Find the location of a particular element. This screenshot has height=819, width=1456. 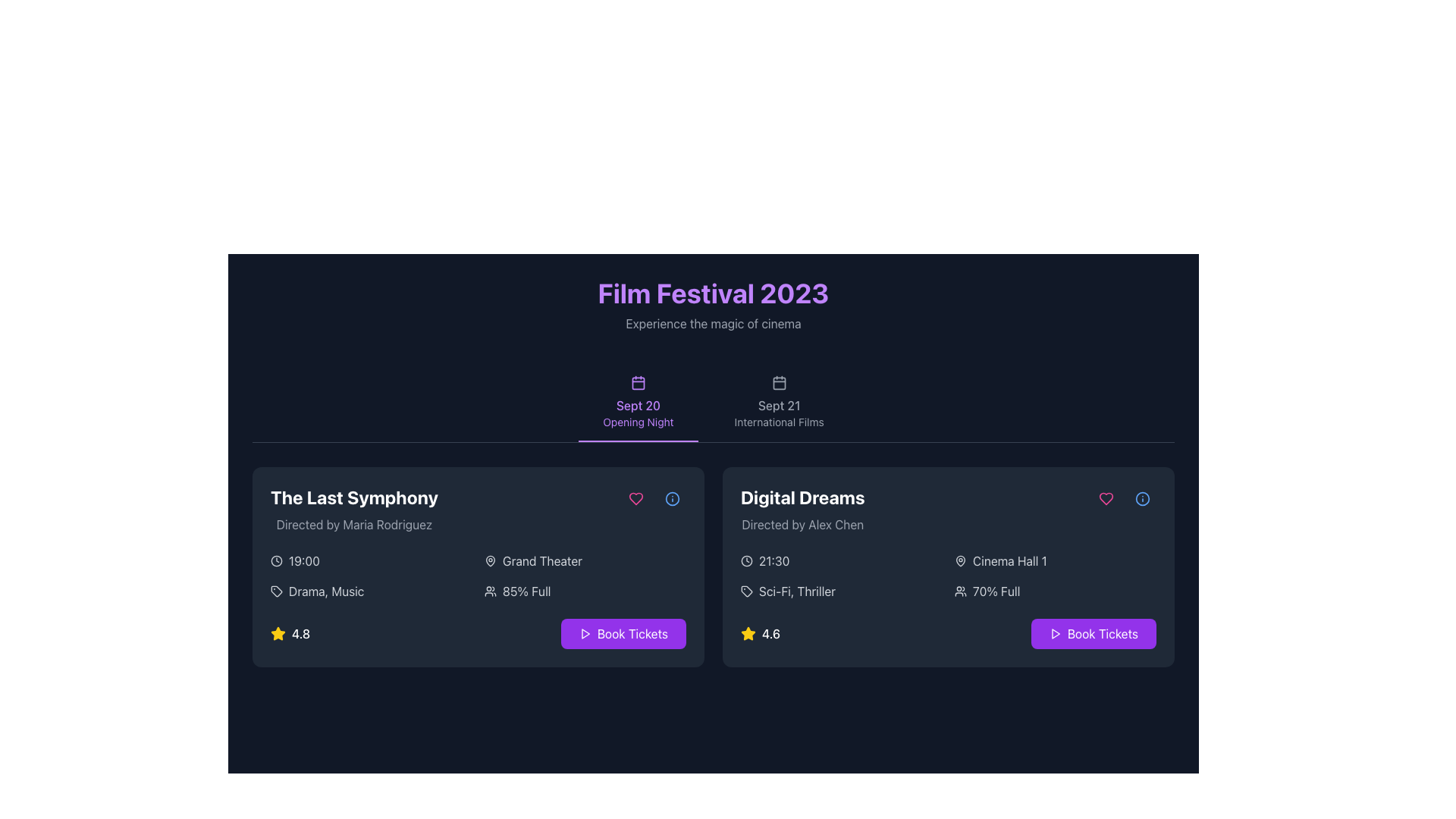

the decorative star icon representing the rating system for 'The Last Symphony', located next to the numerical rating value at the bottom-left corner of the card is located at coordinates (278, 633).